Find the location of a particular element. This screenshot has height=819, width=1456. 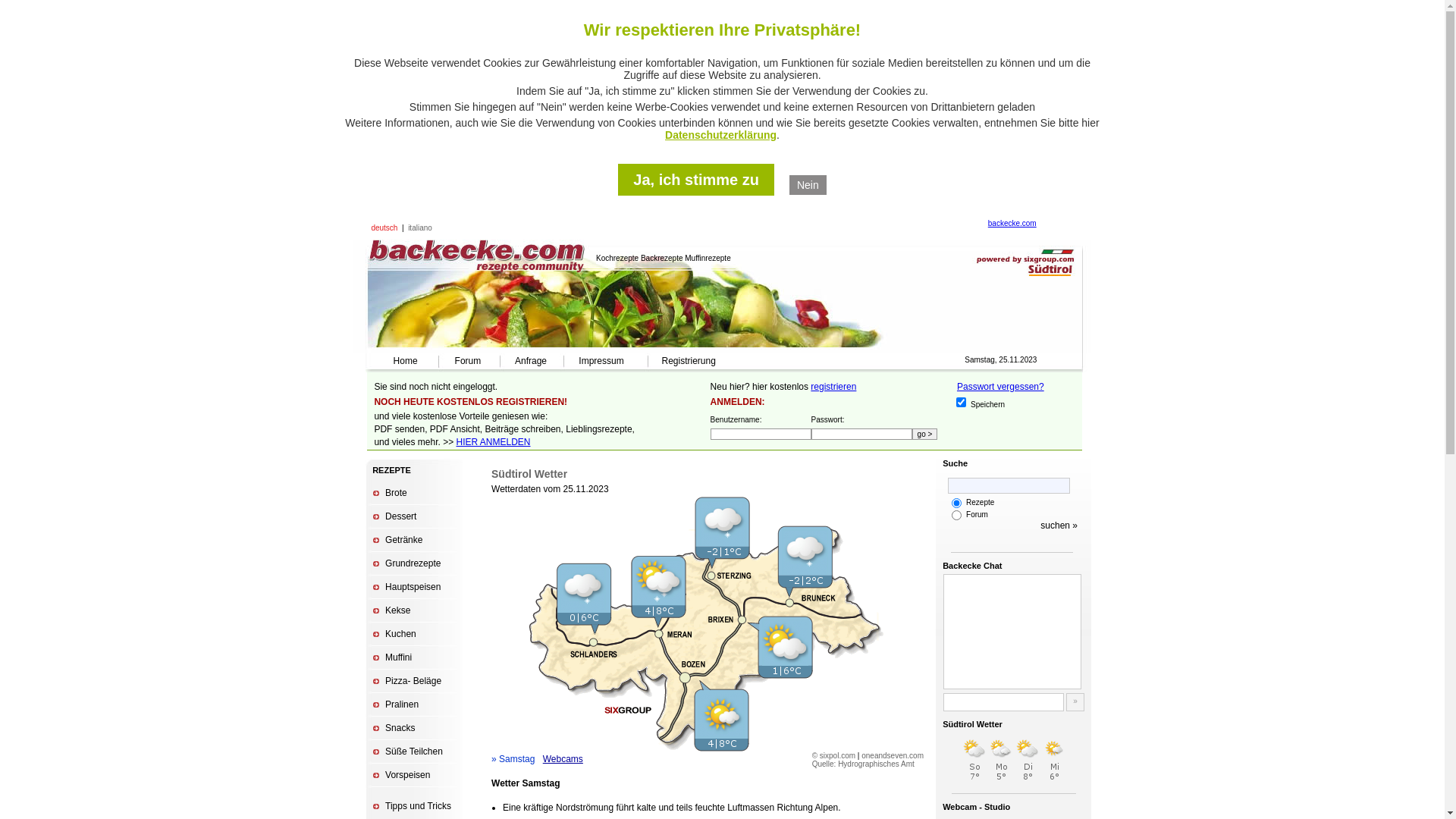

'Home' is located at coordinates (405, 360).